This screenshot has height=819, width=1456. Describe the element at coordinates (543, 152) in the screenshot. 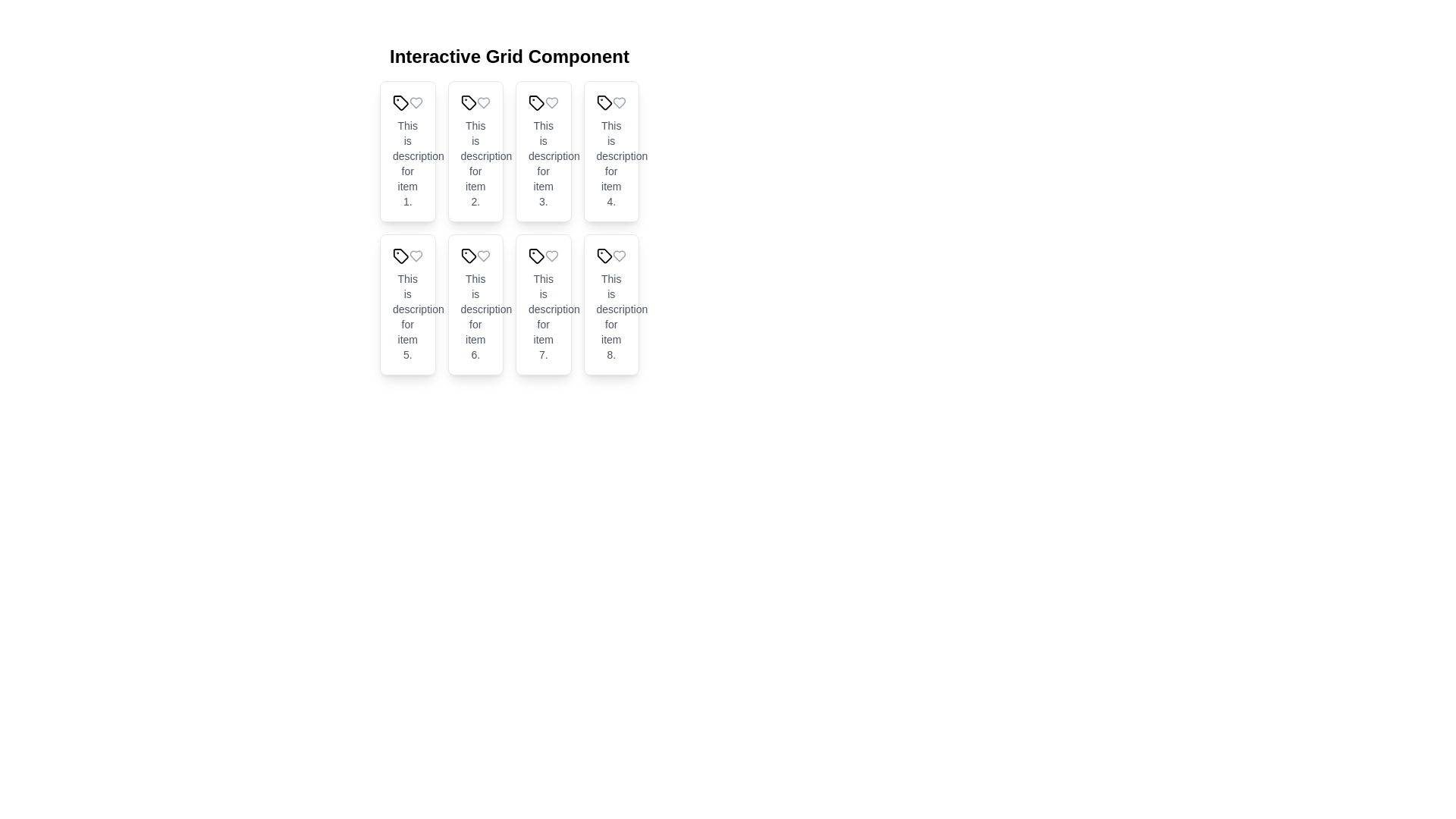

I see `the third tile in the grid layout that contains the text description 'This is description for item 3.'` at that location.